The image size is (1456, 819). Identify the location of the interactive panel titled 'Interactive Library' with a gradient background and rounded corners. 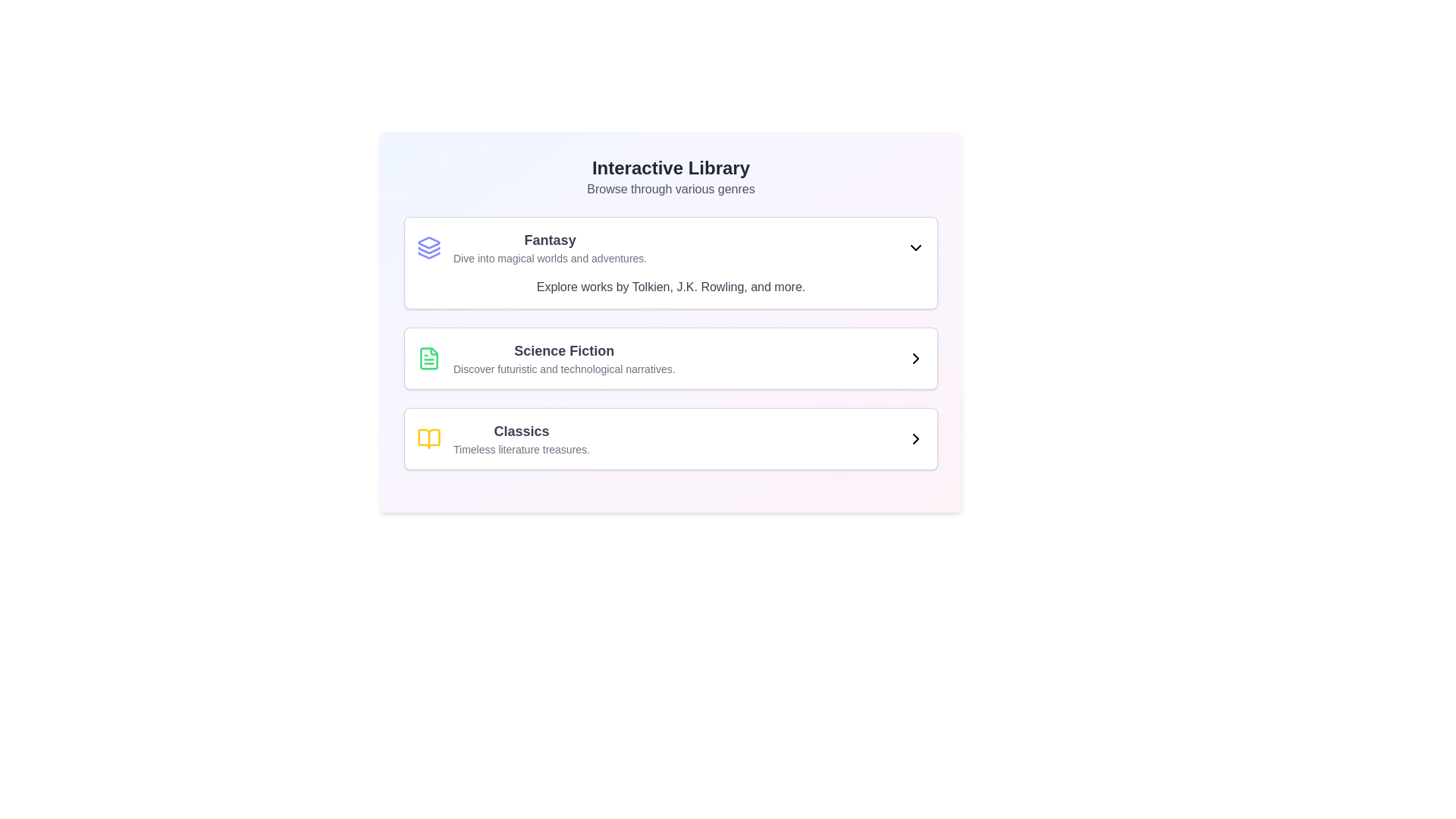
(670, 321).